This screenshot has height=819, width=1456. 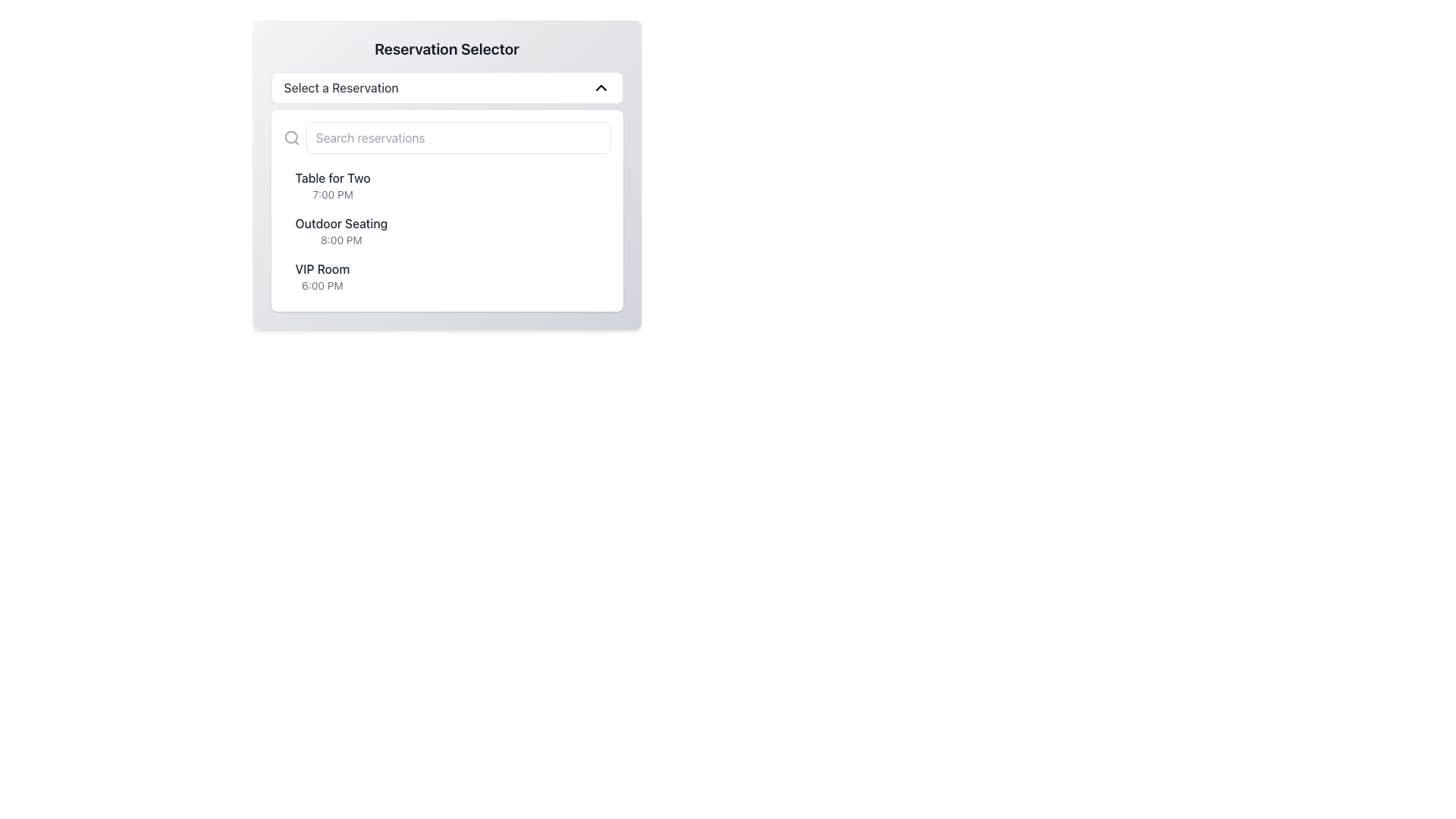 I want to click on the first reservation option in the list displaying 'Table for Two', so click(x=332, y=185).